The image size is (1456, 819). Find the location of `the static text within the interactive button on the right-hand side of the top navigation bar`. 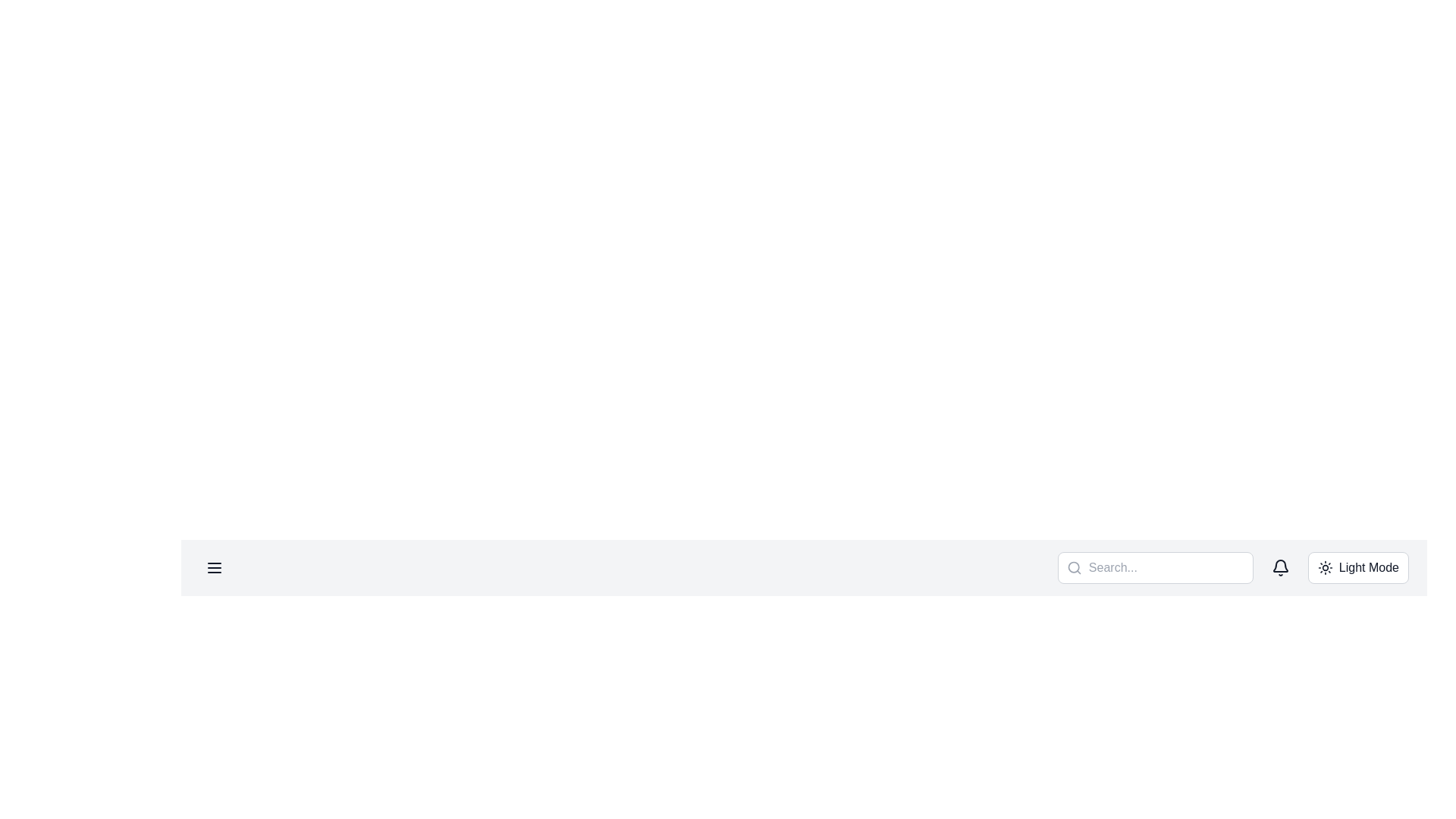

the static text within the interactive button on the right-hand side of the top navigation bar is located at coordinates (1369, 567).